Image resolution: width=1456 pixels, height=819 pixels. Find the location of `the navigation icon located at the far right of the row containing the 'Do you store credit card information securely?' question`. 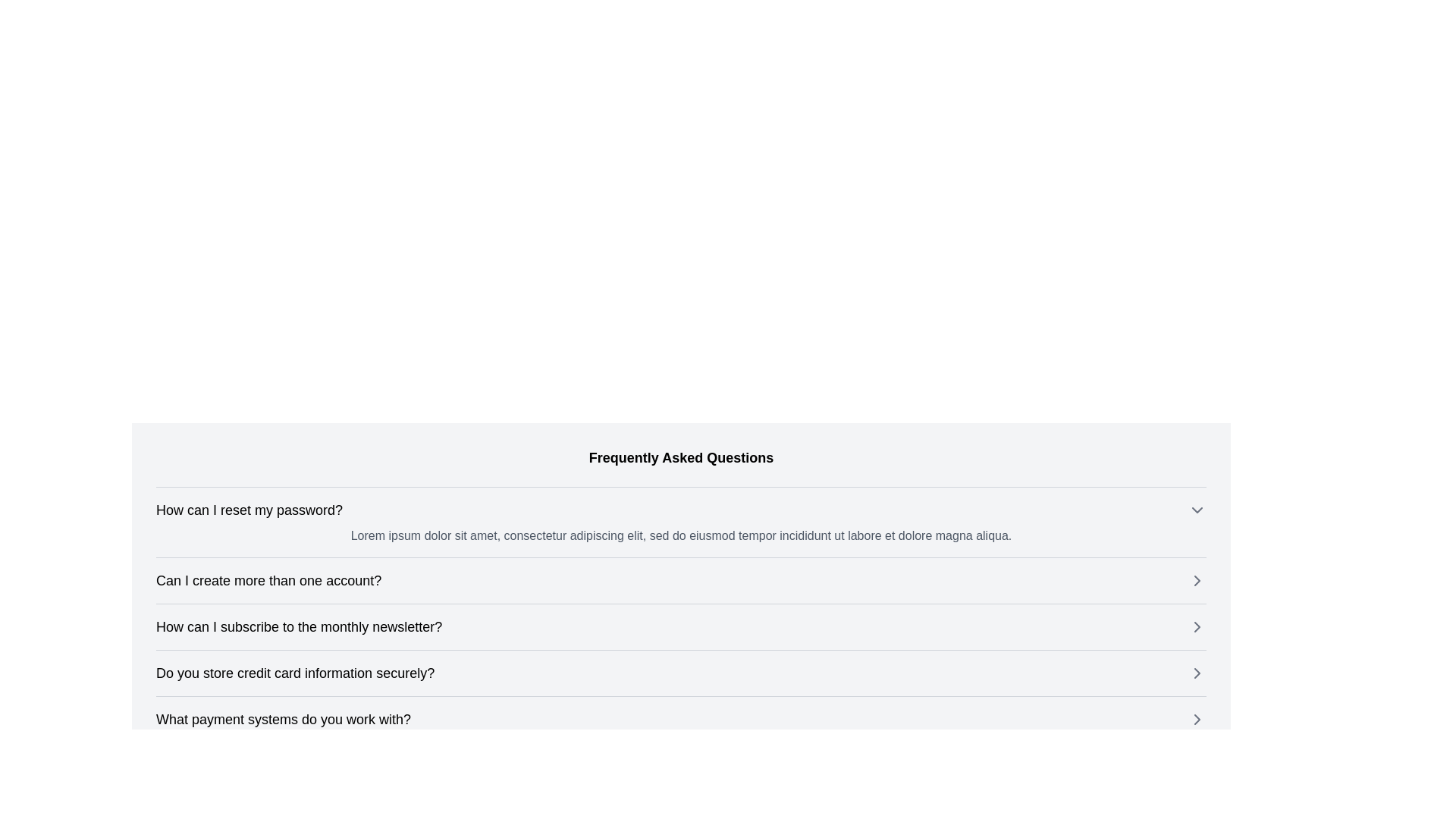

the navigation icon located at the far right of the row containing the 'Do you store credit card information securely?' question is located at coordinates (1197, 672).